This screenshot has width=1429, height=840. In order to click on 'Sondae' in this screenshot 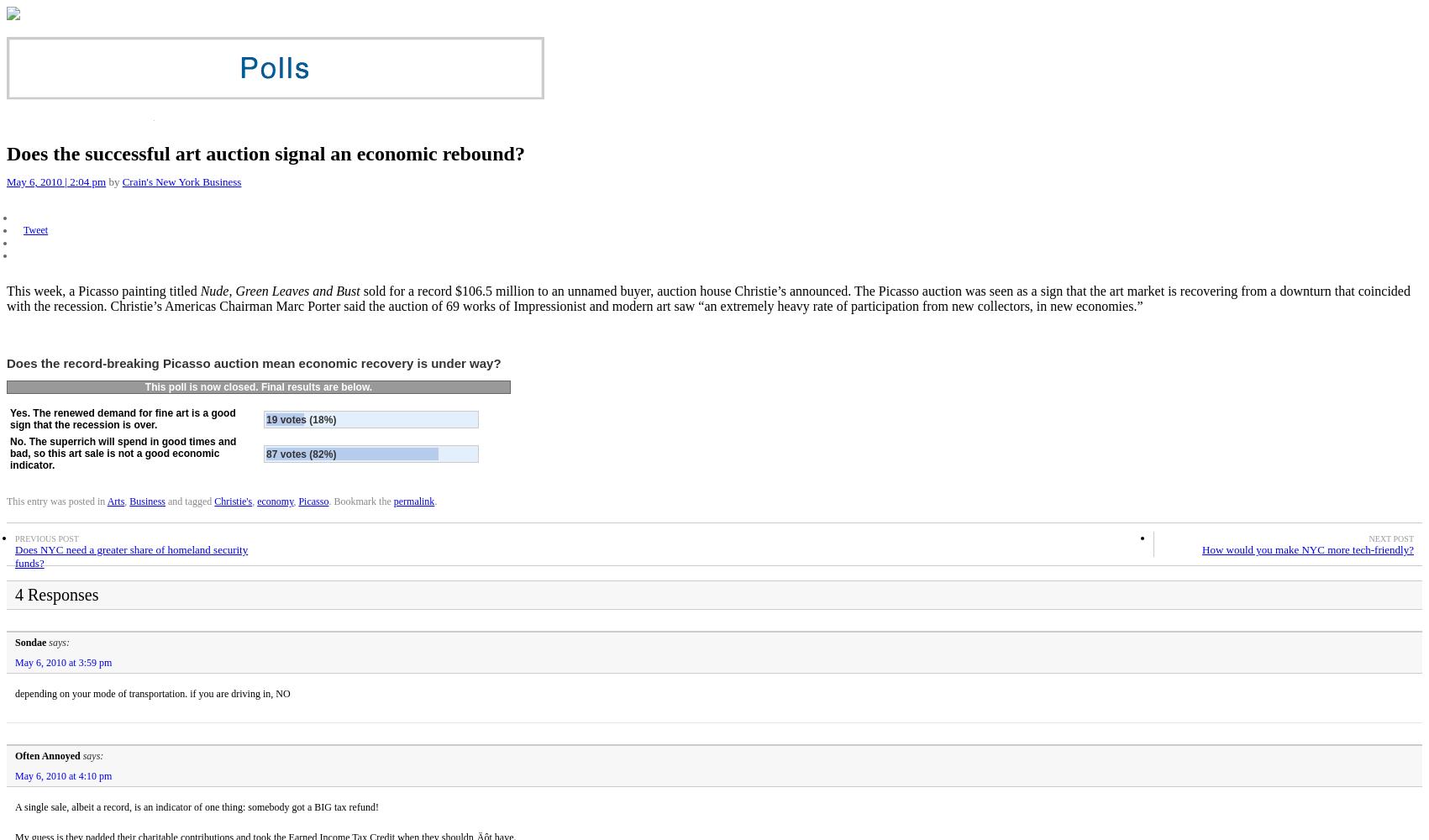, I will do `click(15, 642)`.